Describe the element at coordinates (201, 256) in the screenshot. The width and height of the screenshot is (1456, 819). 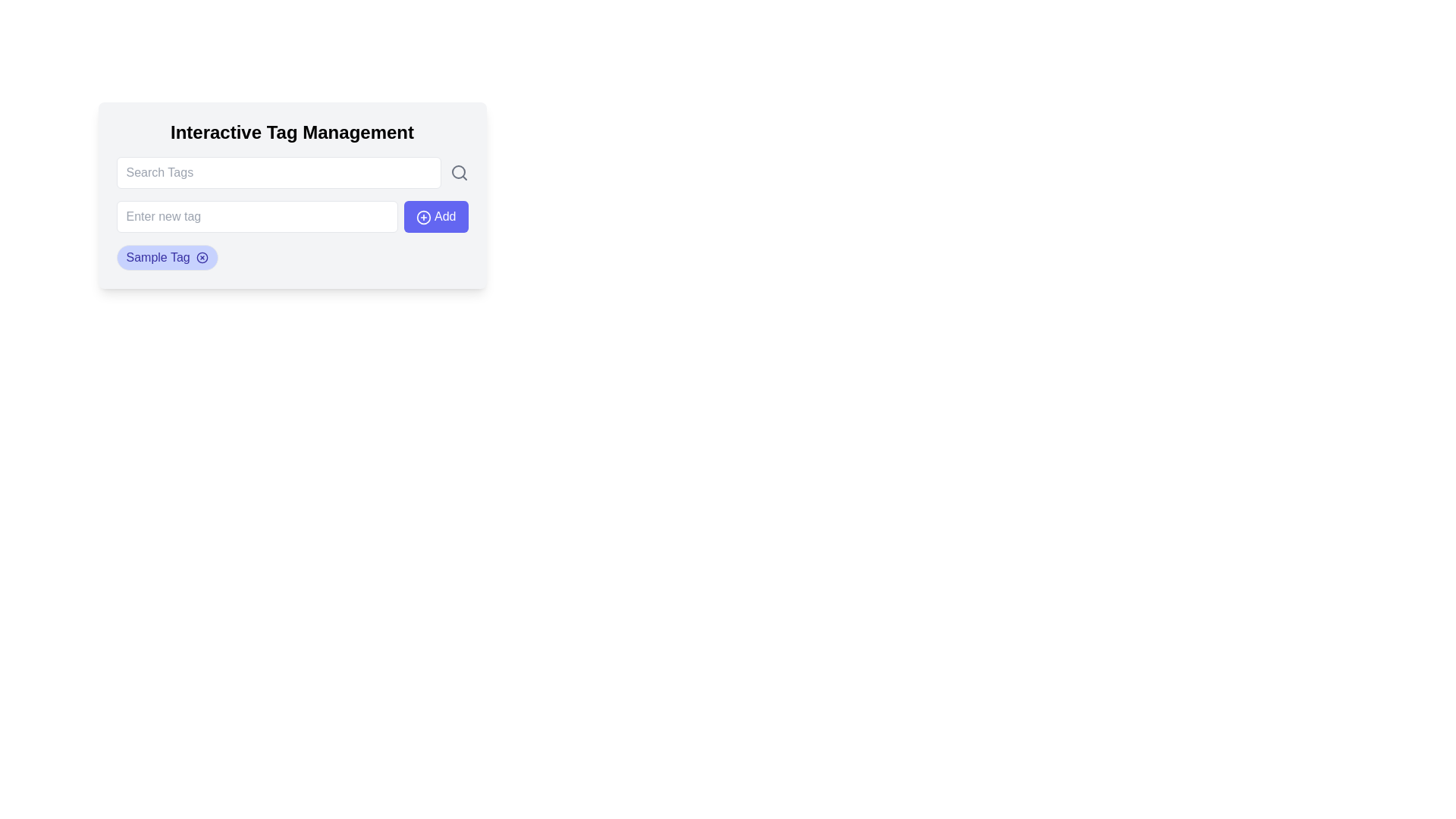
I see `the circular graphical component with a thick border that is part of the close icon within the 'Sample Tag' button located below the tag input field` at that location.